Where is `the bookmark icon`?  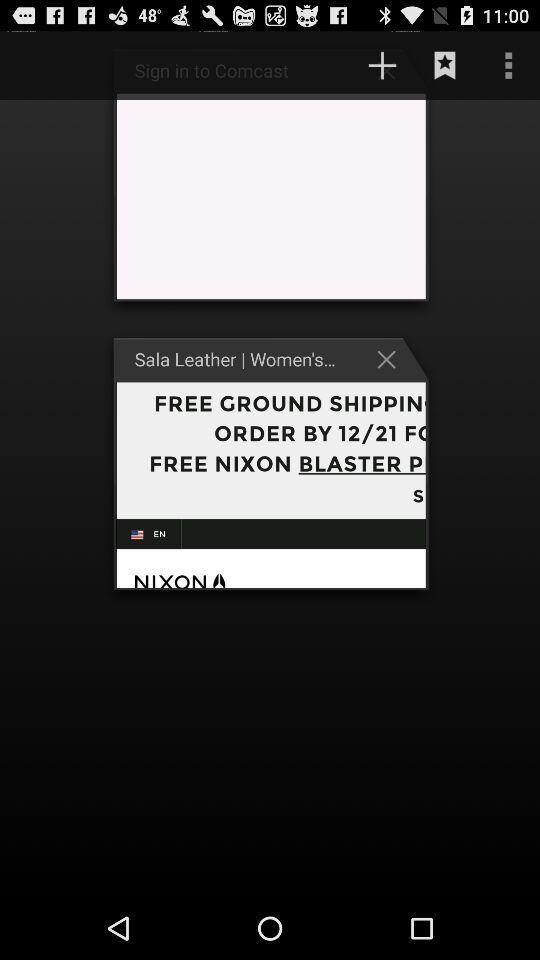
the bookmark icon is located at coordinates (445, 70).